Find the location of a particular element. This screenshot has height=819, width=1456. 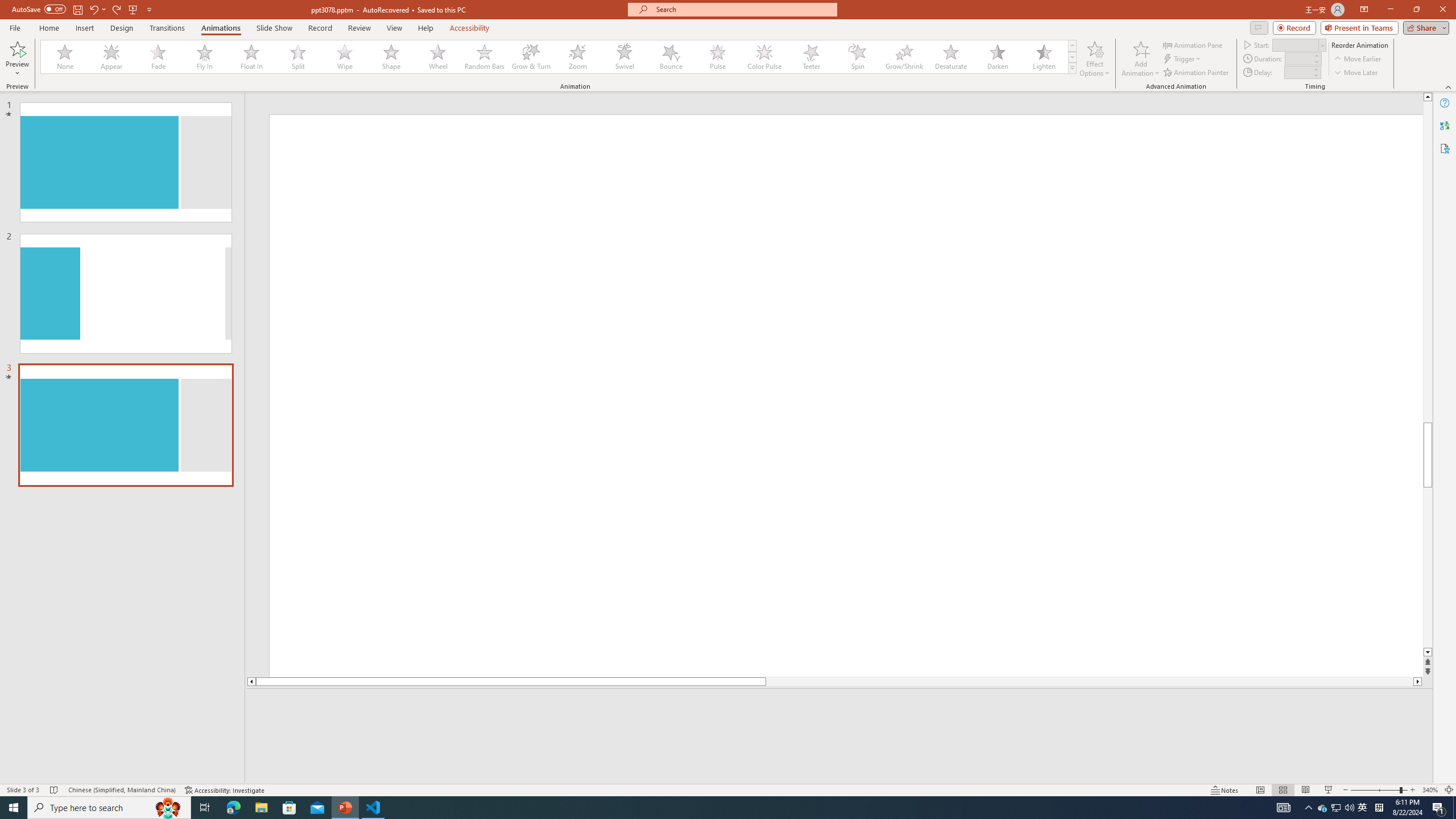

'Pulse' is located at coordinates (717, 56).